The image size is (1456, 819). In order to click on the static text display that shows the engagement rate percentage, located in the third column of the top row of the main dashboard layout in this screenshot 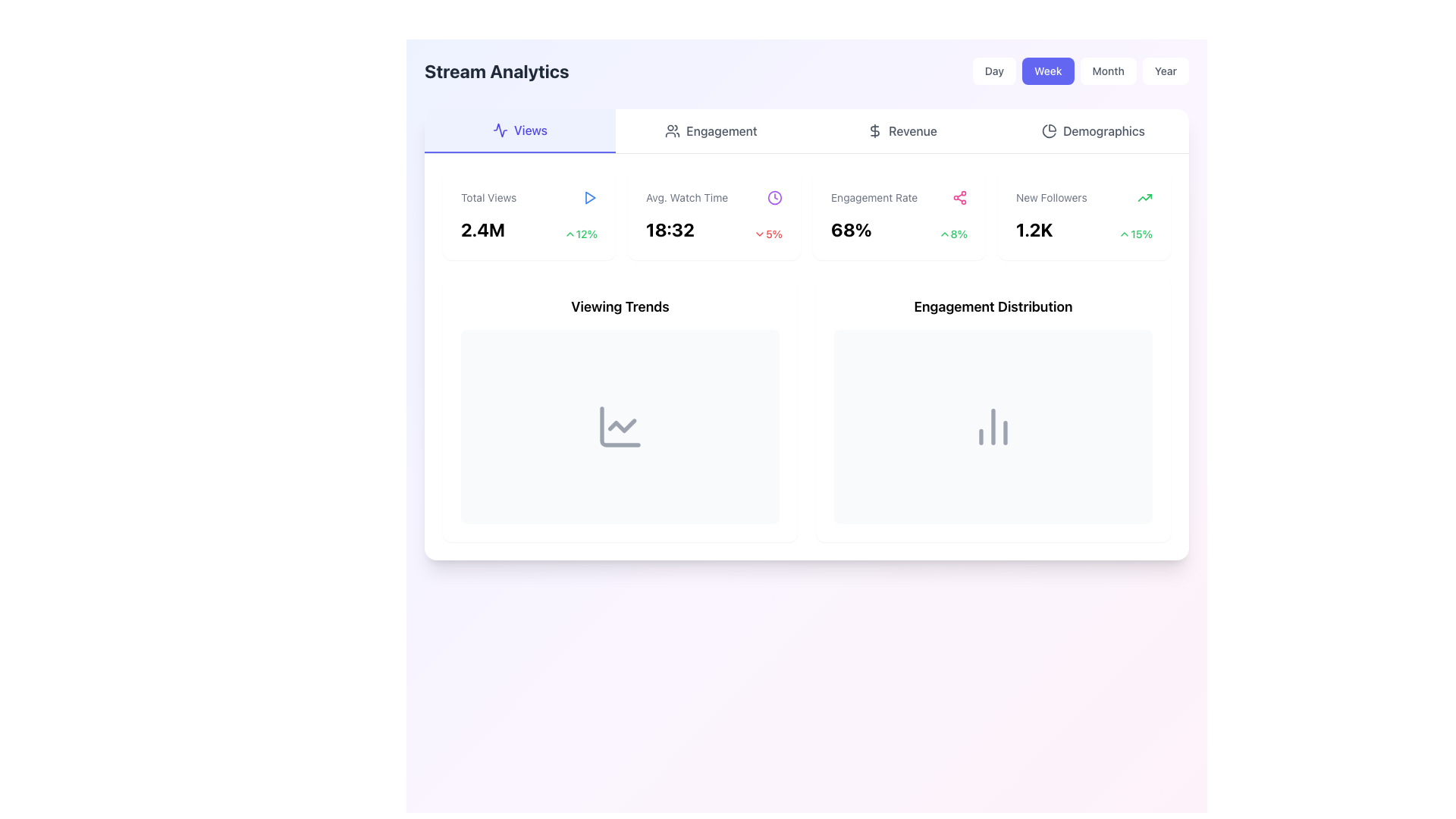, I will do `click(851, 230)`.